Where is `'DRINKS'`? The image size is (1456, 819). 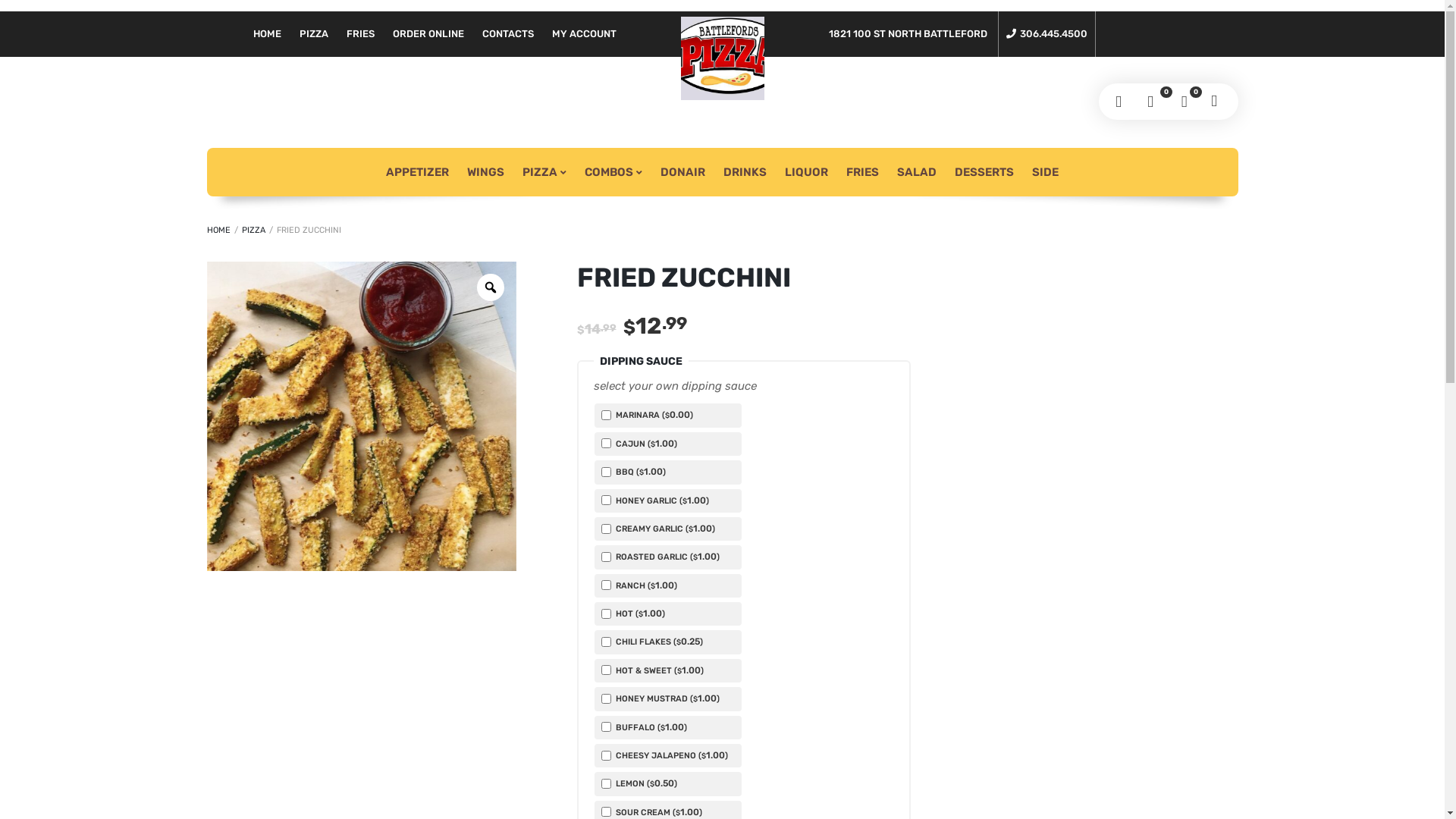 'DRINKS' is located at coordinates (715, 171).